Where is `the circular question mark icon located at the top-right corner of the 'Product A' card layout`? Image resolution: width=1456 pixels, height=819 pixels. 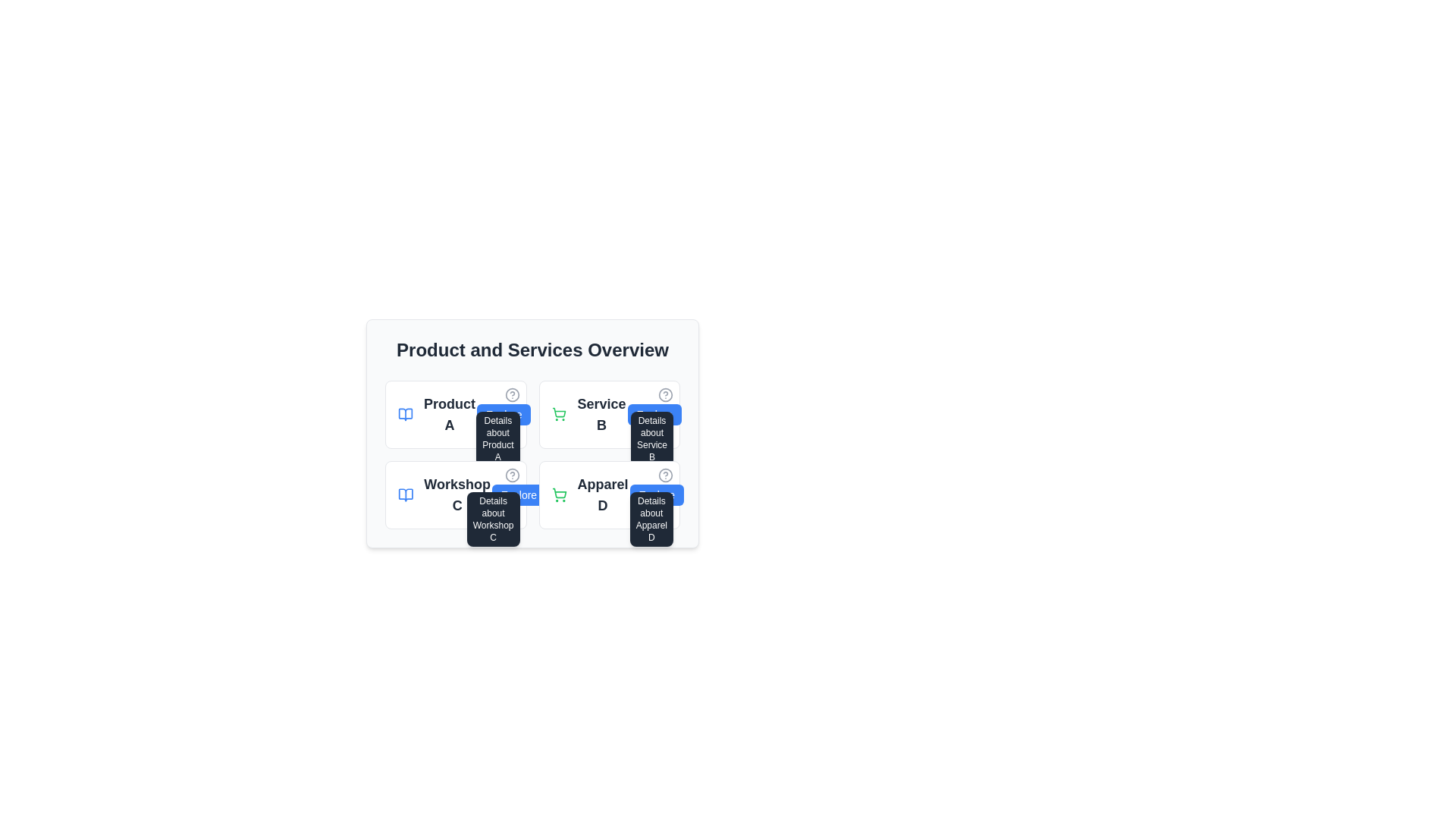 the circular question mark icon located at the top-right corner of the 'Product A' card layout is located at coordinates (512, 394).